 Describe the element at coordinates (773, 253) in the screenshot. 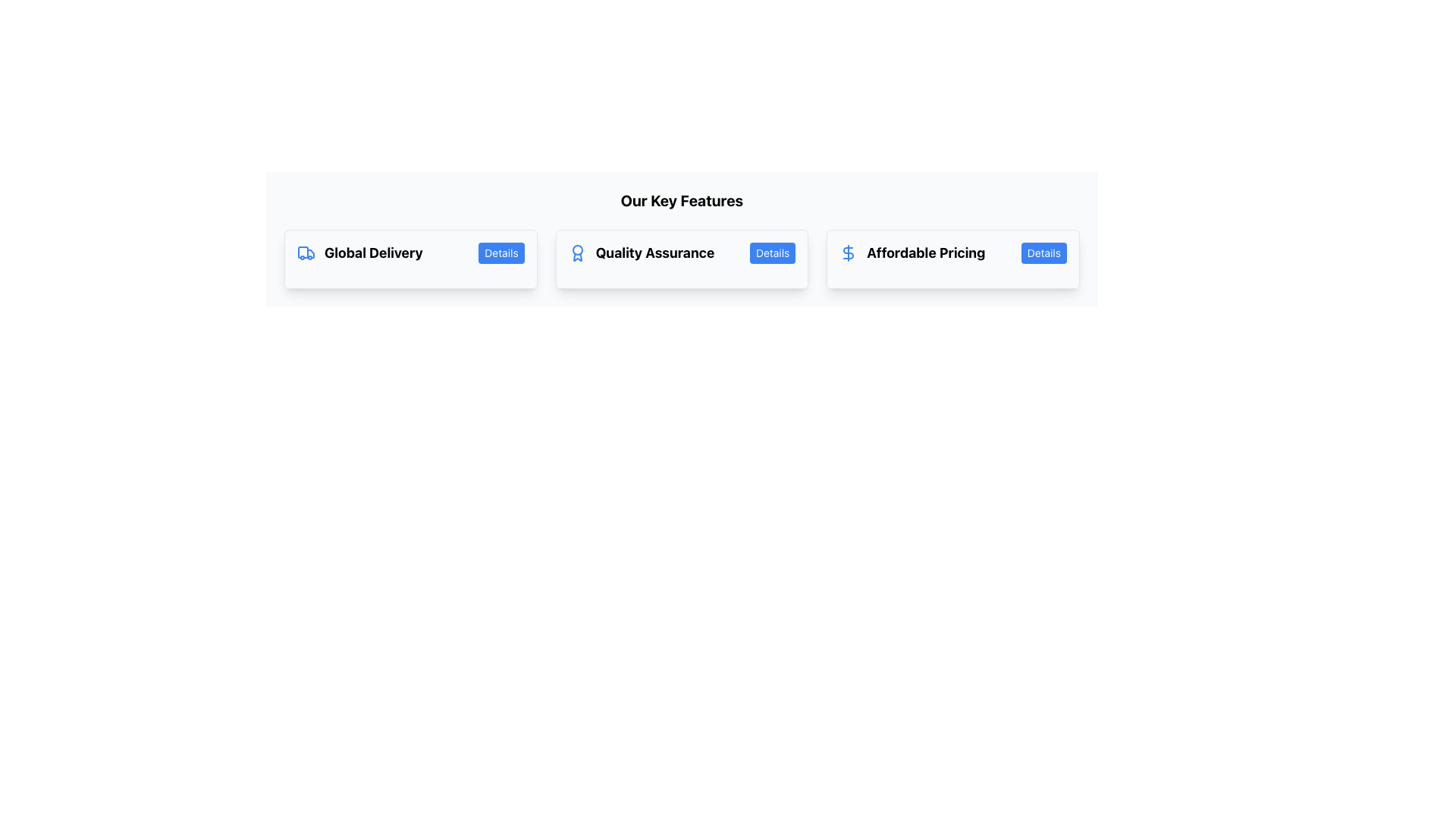

I see `the button located in the top-right corner of the 'Quality Assurance' card` at that location.